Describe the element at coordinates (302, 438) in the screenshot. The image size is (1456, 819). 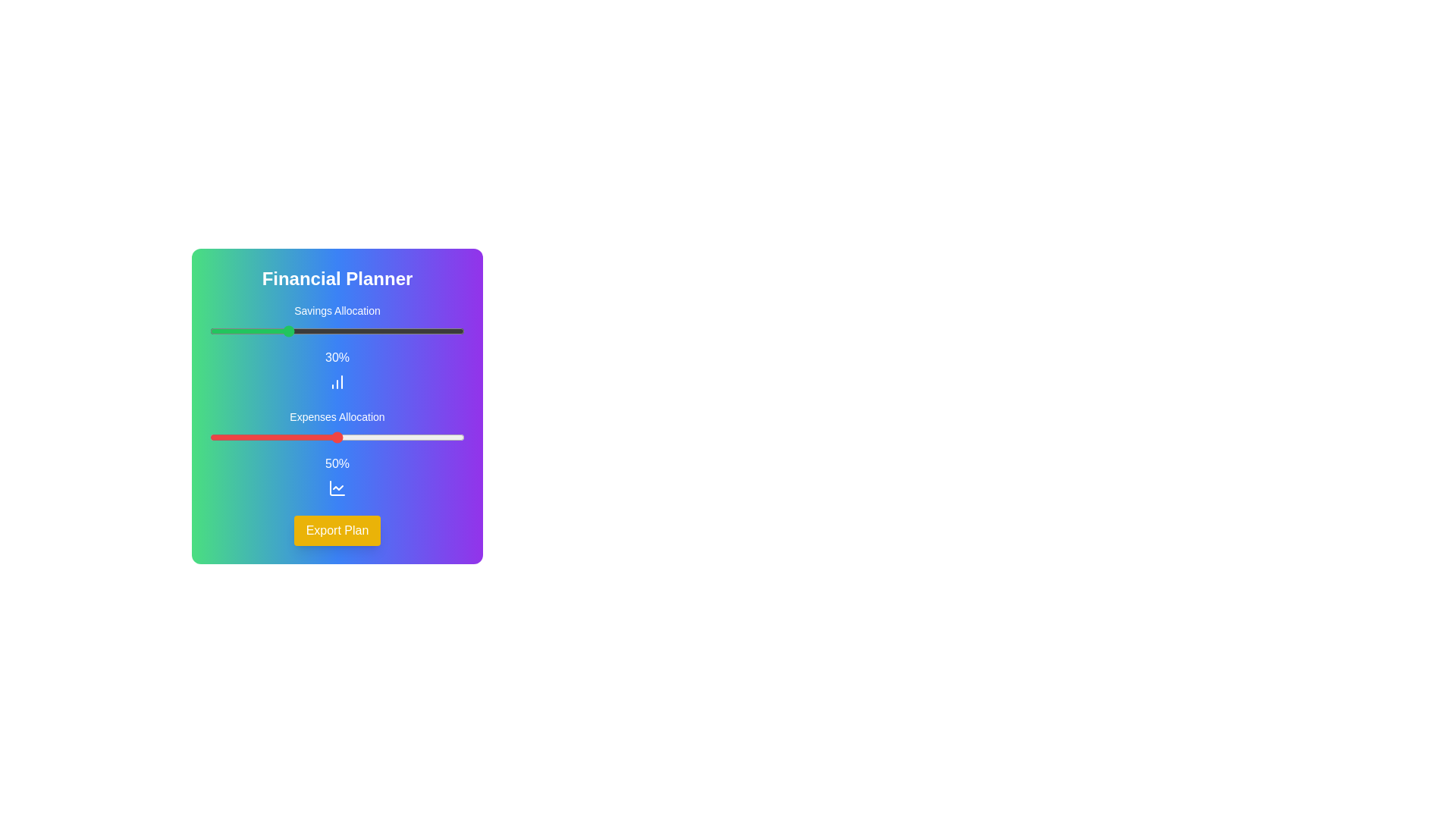
I see `the Expenses Allocation slider` at that location.